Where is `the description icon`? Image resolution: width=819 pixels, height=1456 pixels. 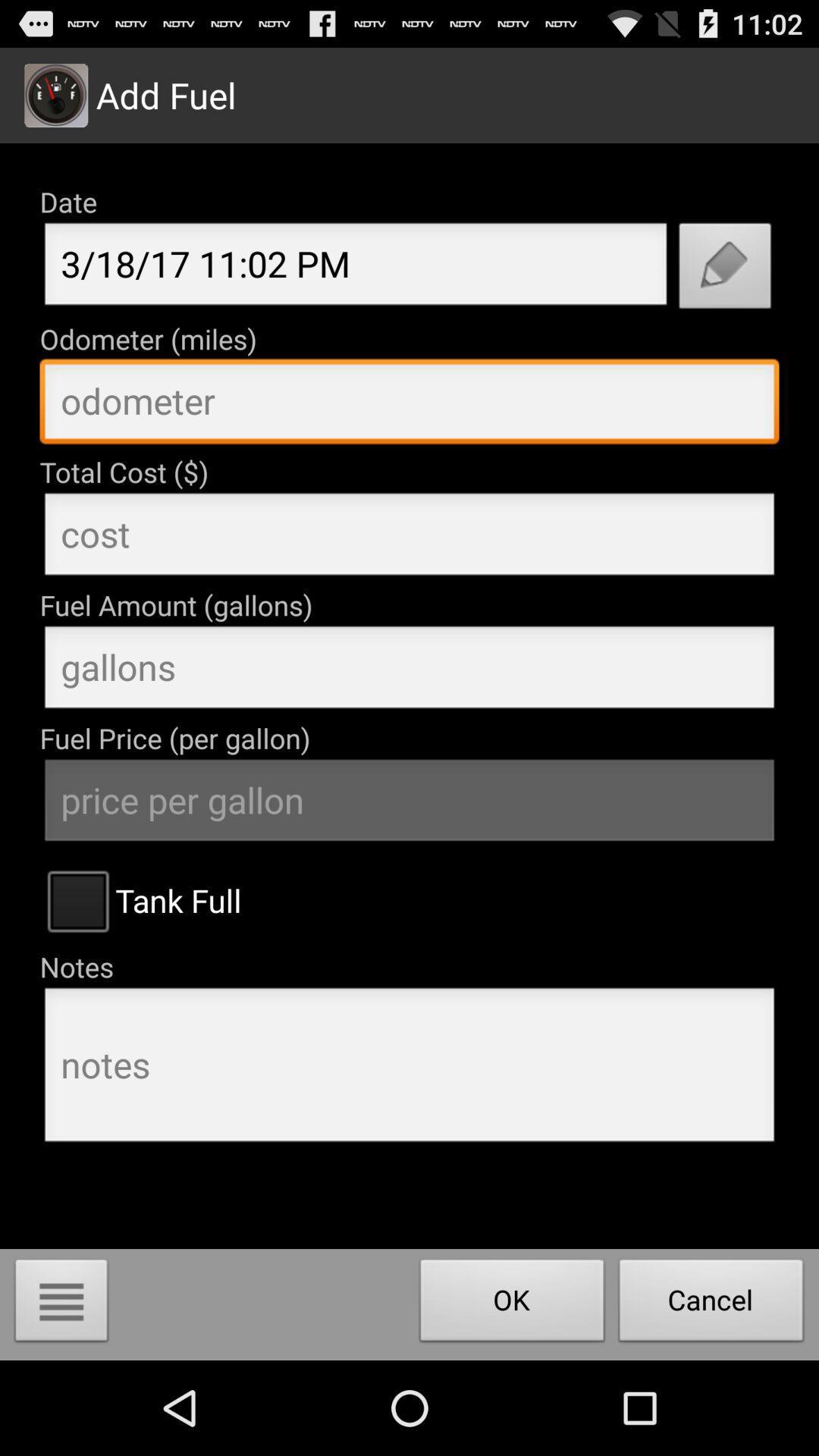 the description icon is located at coordinates (61, 1395).